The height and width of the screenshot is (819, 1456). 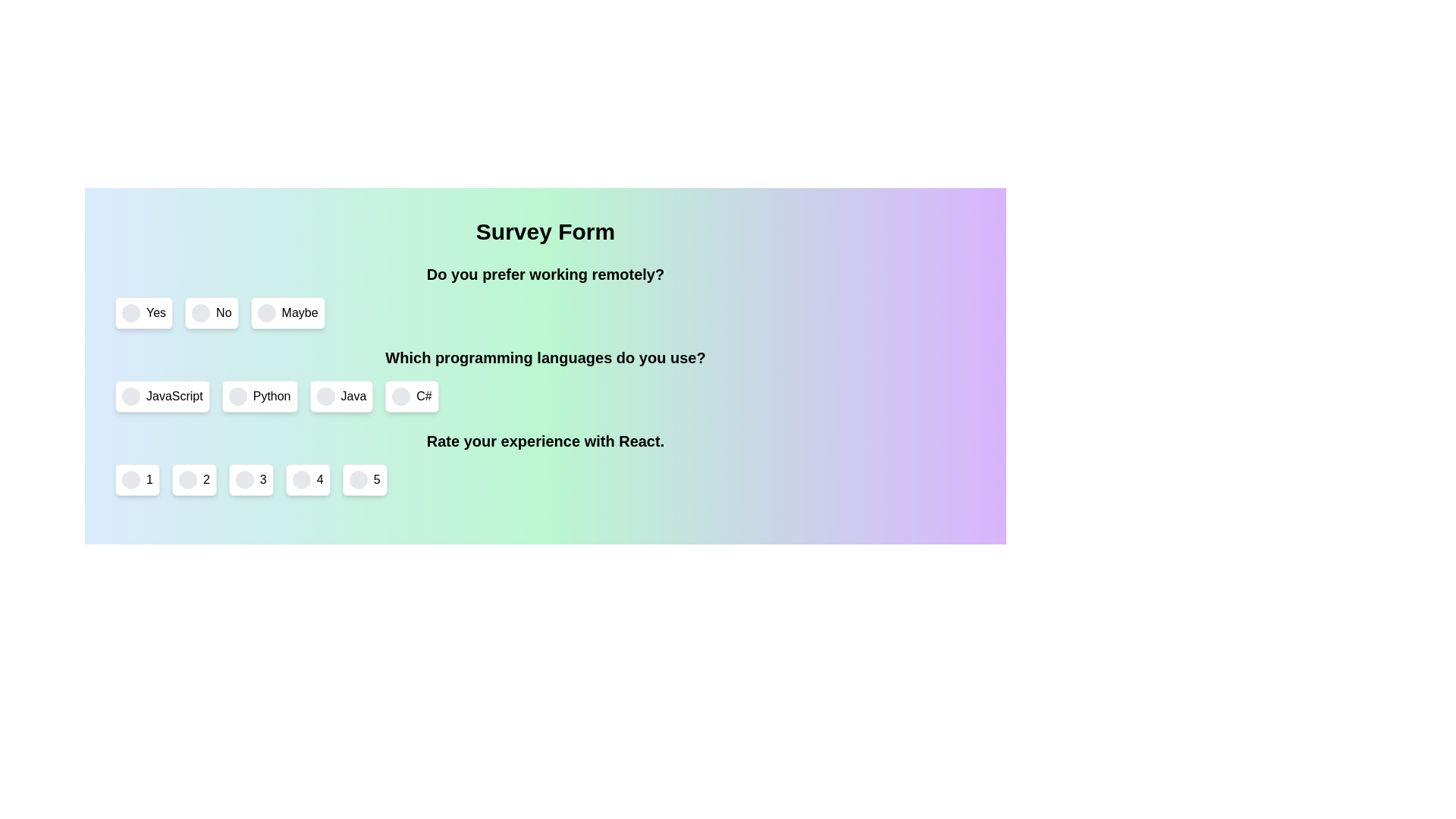 I want to click on text of the 'No' option label associated with the selection for remote work preference, which is part of a group of three options labeled 'Yes', 'No', and 'Maybe', so click(x=223, y=312).